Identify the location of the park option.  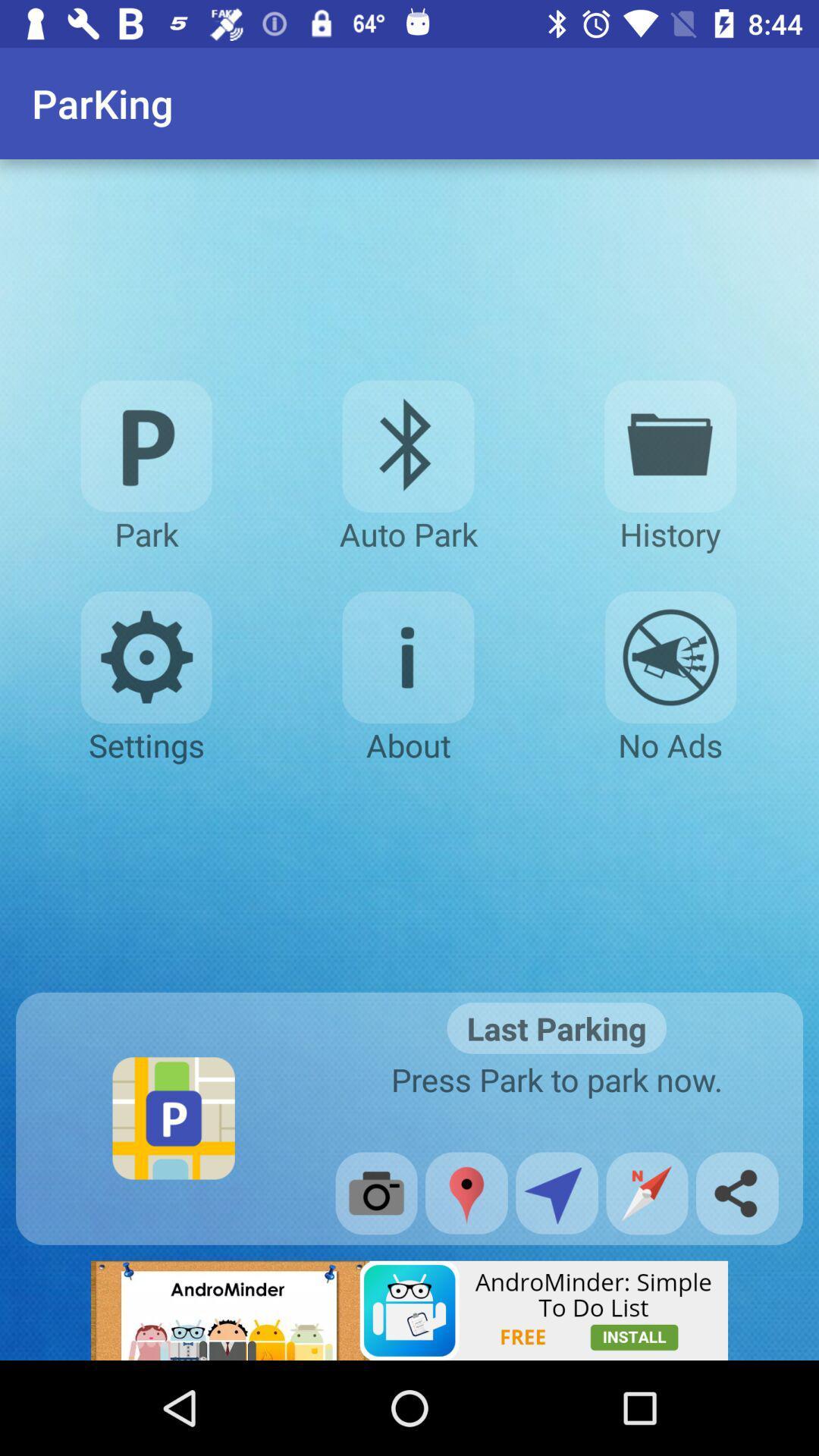
(146, 445).